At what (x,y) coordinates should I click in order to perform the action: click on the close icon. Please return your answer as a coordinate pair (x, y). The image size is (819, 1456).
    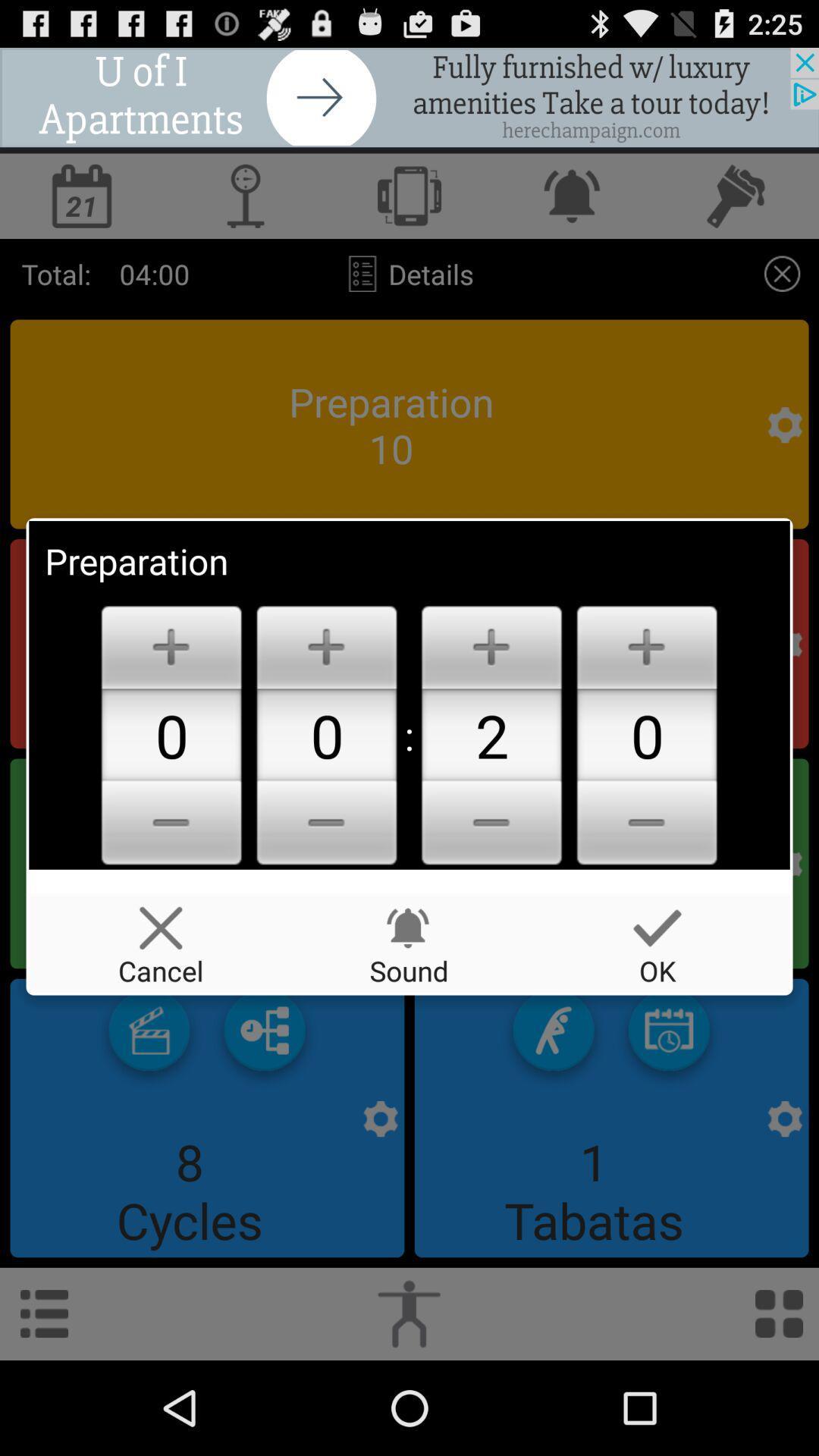
    Looking at the image, I should click on (782, 293).